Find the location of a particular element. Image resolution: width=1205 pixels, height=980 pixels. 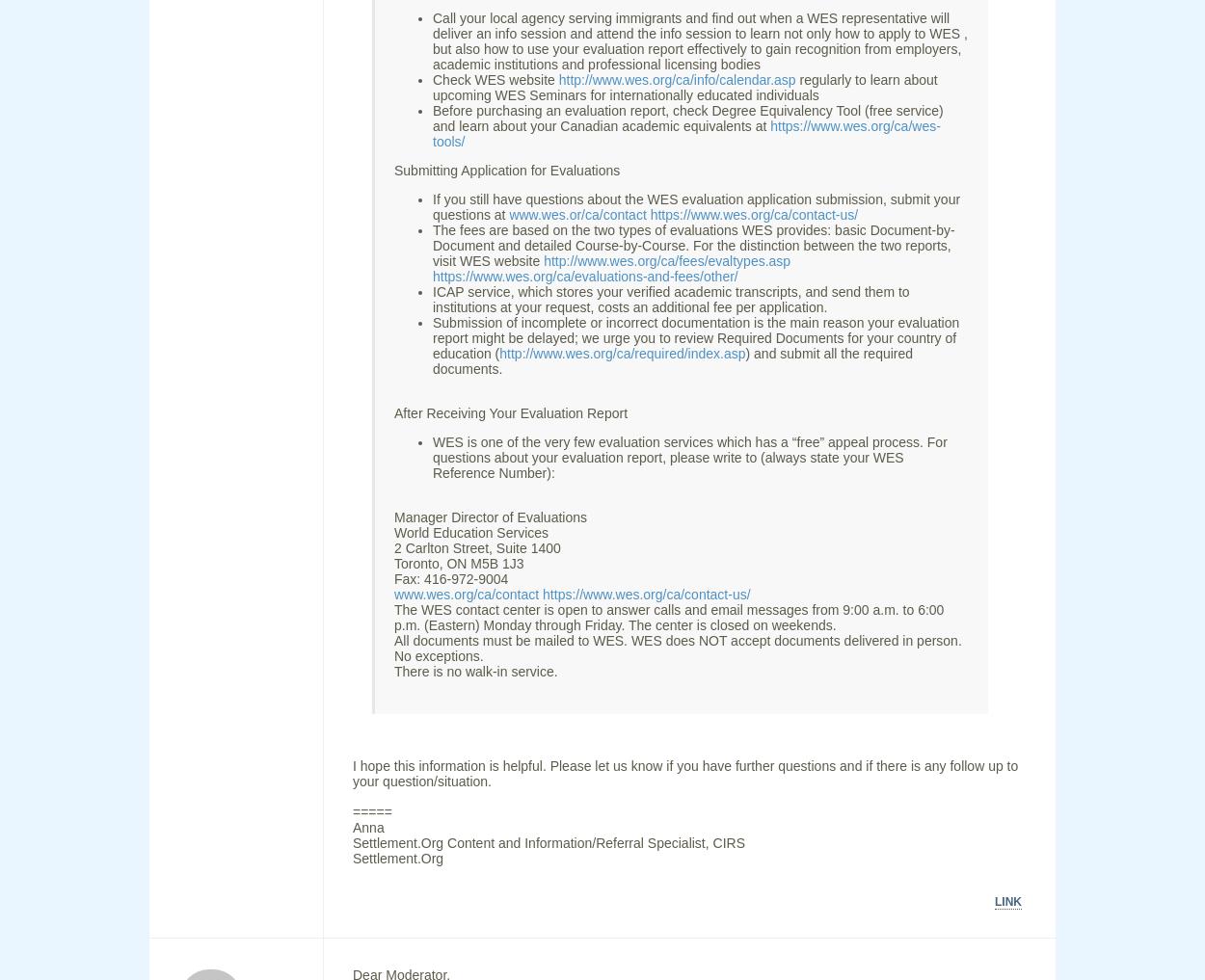

'=====' is located at coordinates (372, 810).